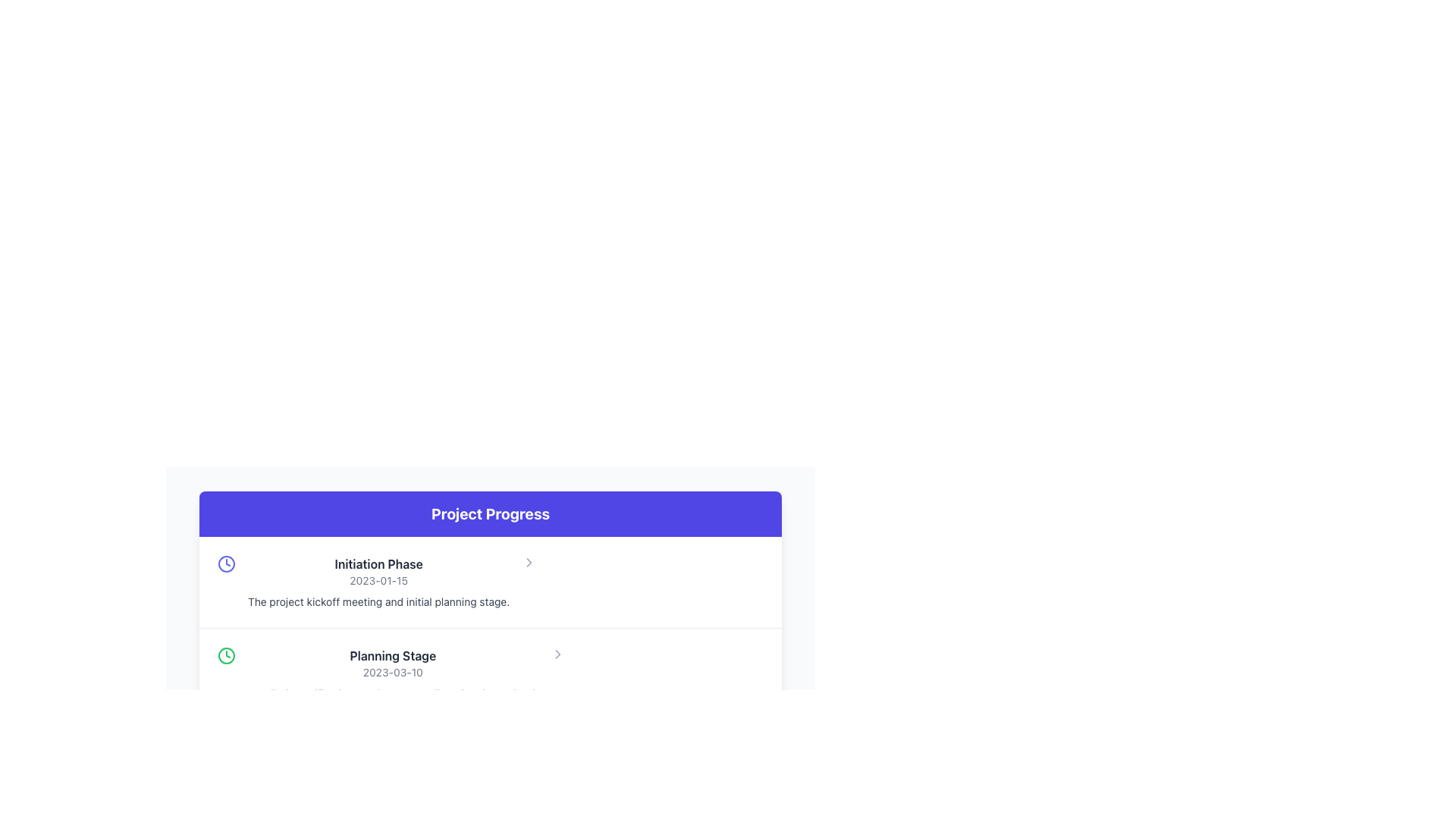  Describe the element at coordinates (225, 654) in the screenshot. I see `the green circular SVG element that represents a clock icon, which is located to the left of the text block labeled 'Planning Stage' and is the second item in the list of graphical elements` at that location.